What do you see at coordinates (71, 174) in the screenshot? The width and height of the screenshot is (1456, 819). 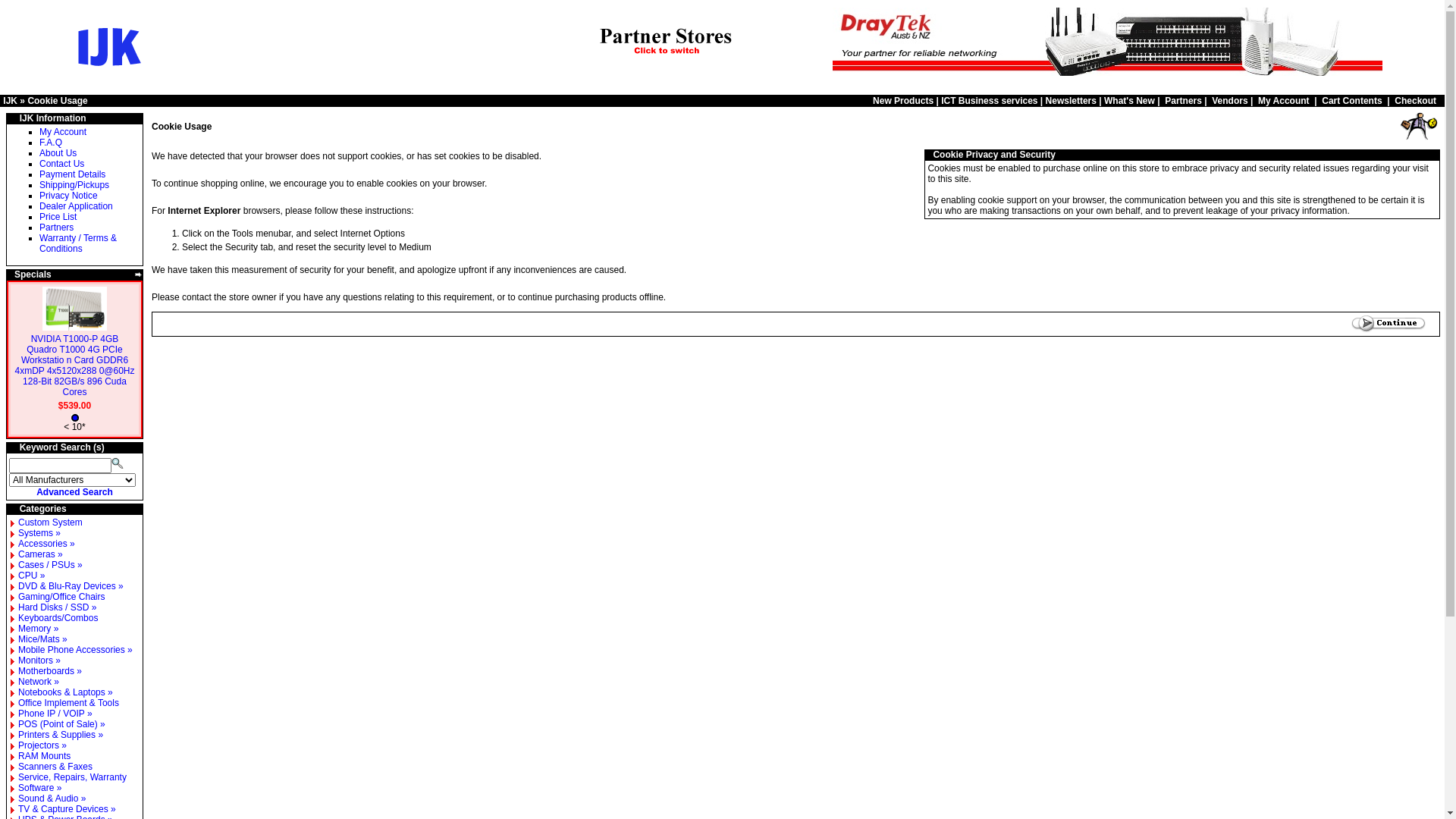 I see `'Payment Details'` at bounding box center [71, 174].